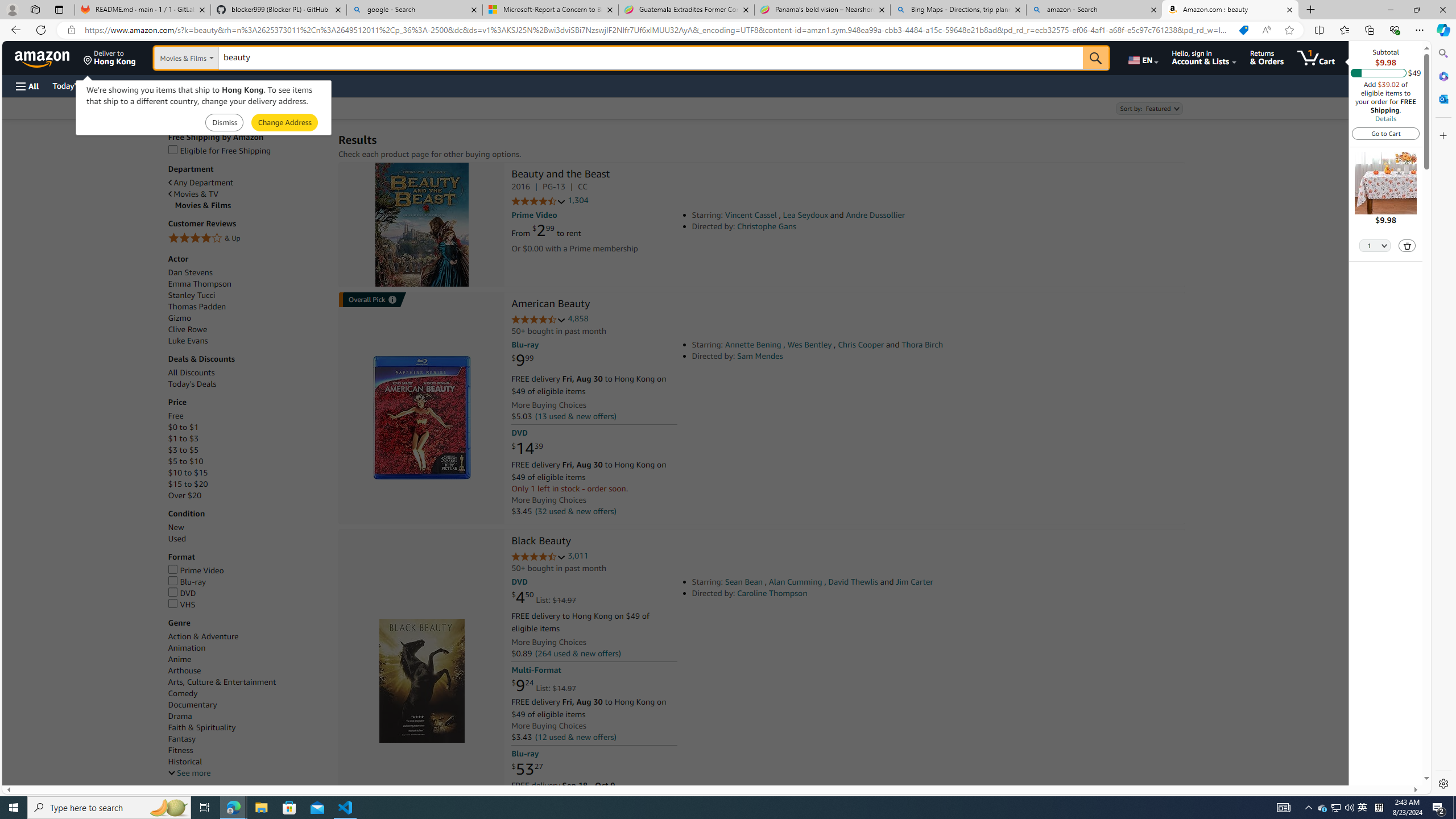 This screenshot has height=819, width=1456. I want to click on '$5 to $10', so click(247, 461).